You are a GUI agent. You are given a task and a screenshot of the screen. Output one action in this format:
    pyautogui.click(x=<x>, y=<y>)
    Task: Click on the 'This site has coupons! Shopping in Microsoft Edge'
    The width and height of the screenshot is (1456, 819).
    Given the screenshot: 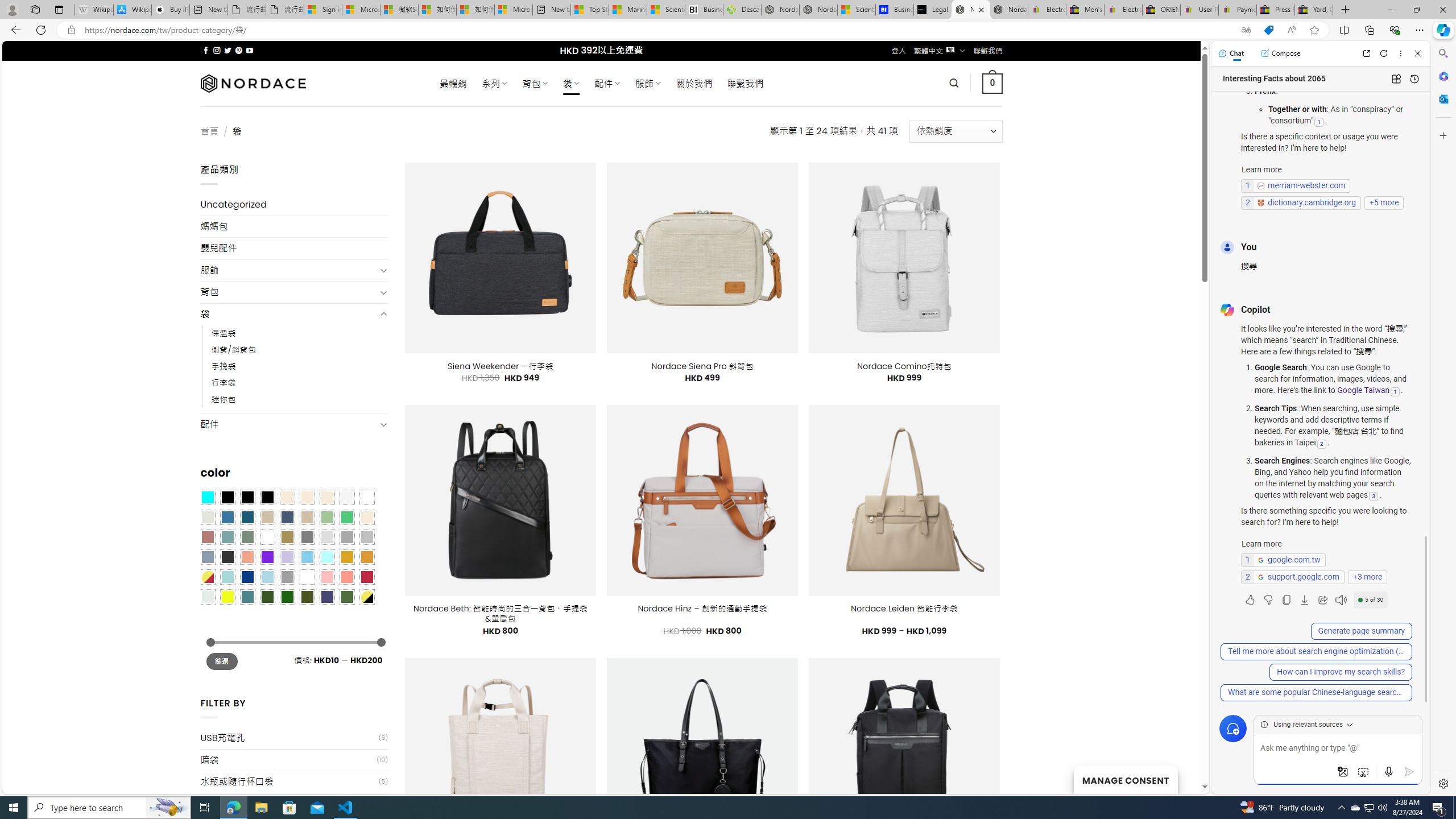 What is the action you would take?
    pyautogui.click(x=1268, y=30)
    